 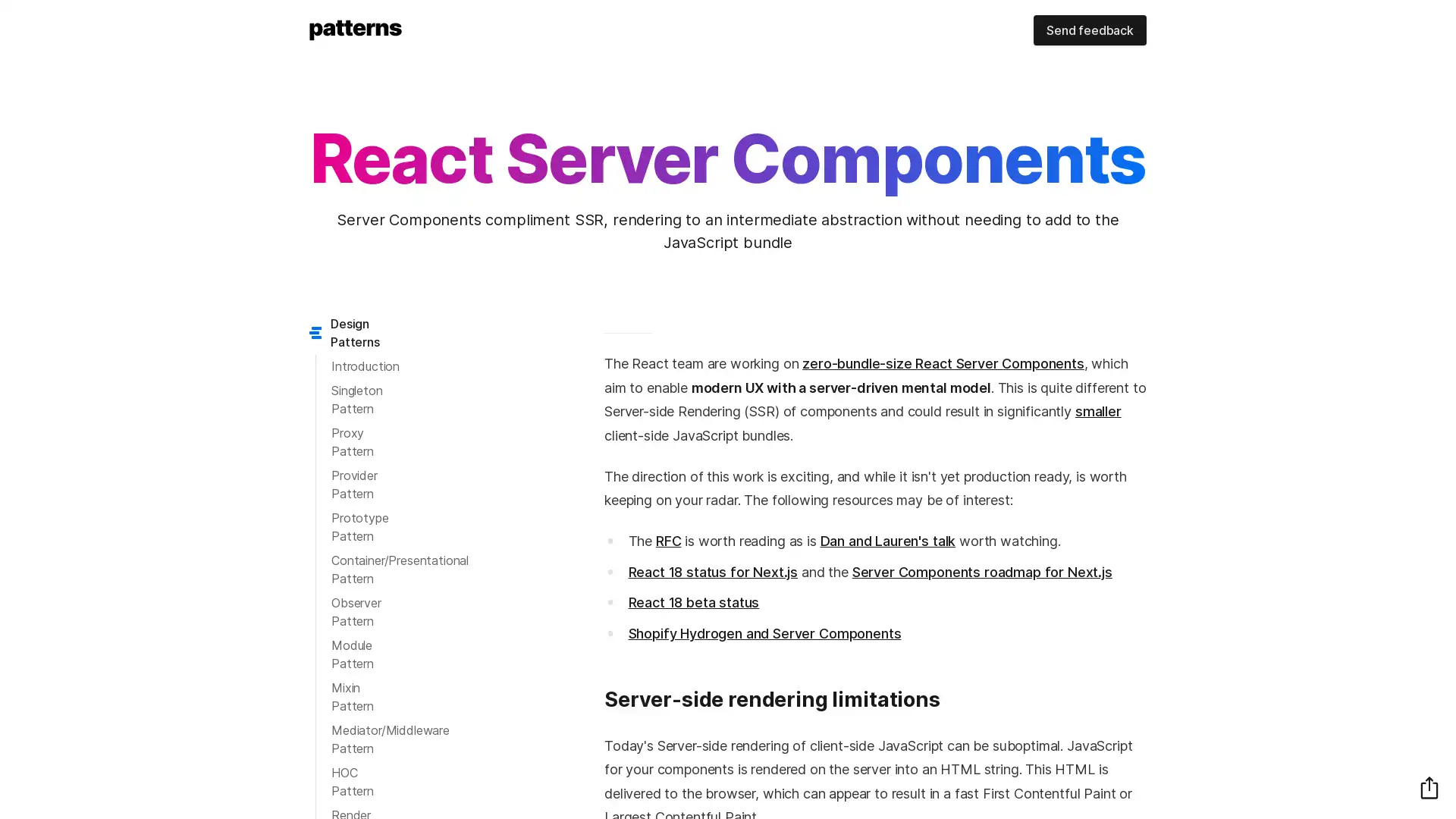 What do you see at coordinates (1429, 786) in the screenshot?
I see `Share` at bounding box center [1429, 786].